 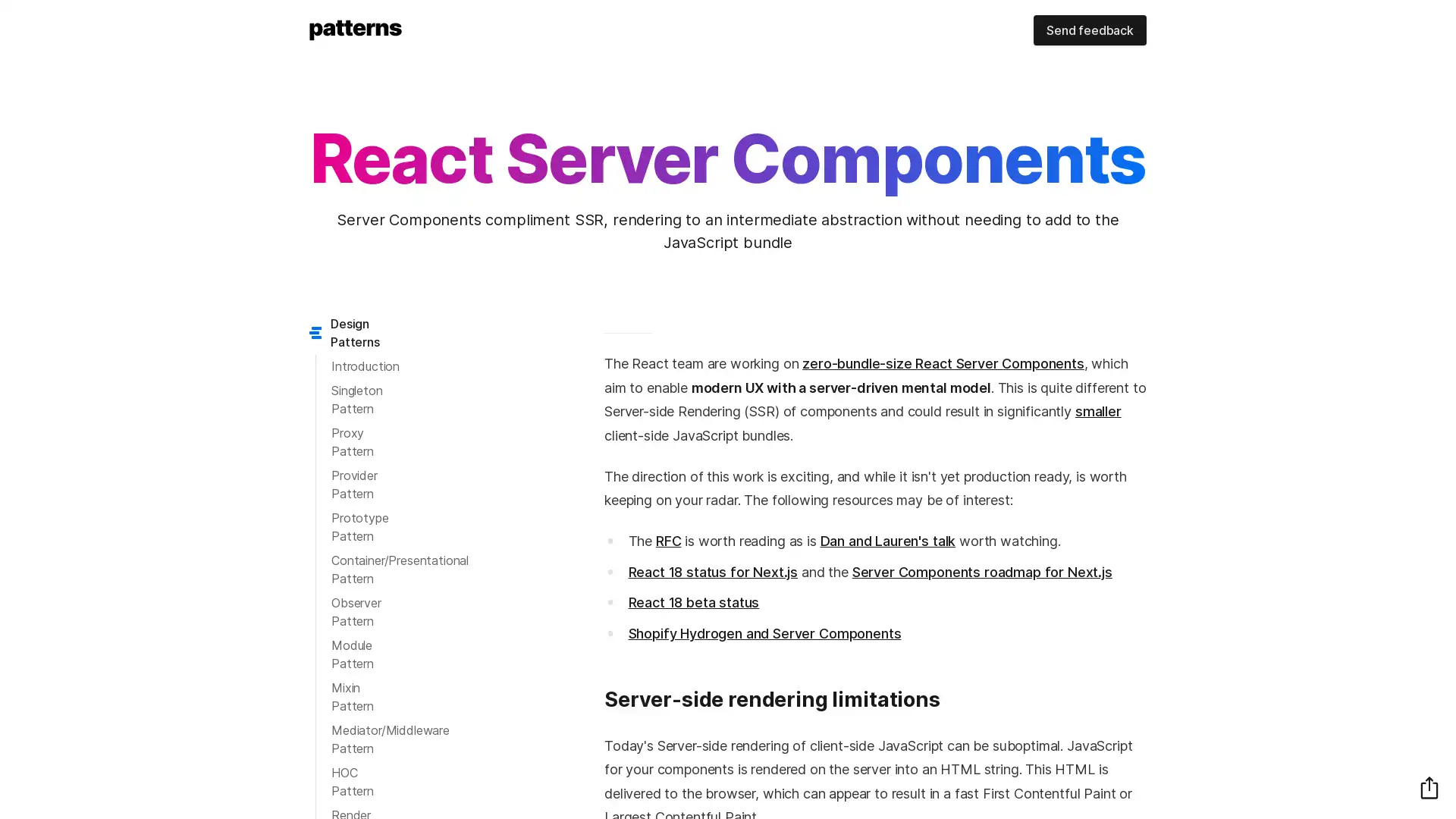 What do you see at coordinates (1429, 786) in the screenshot?
I see `Share` at bounding box center [1429, 786].